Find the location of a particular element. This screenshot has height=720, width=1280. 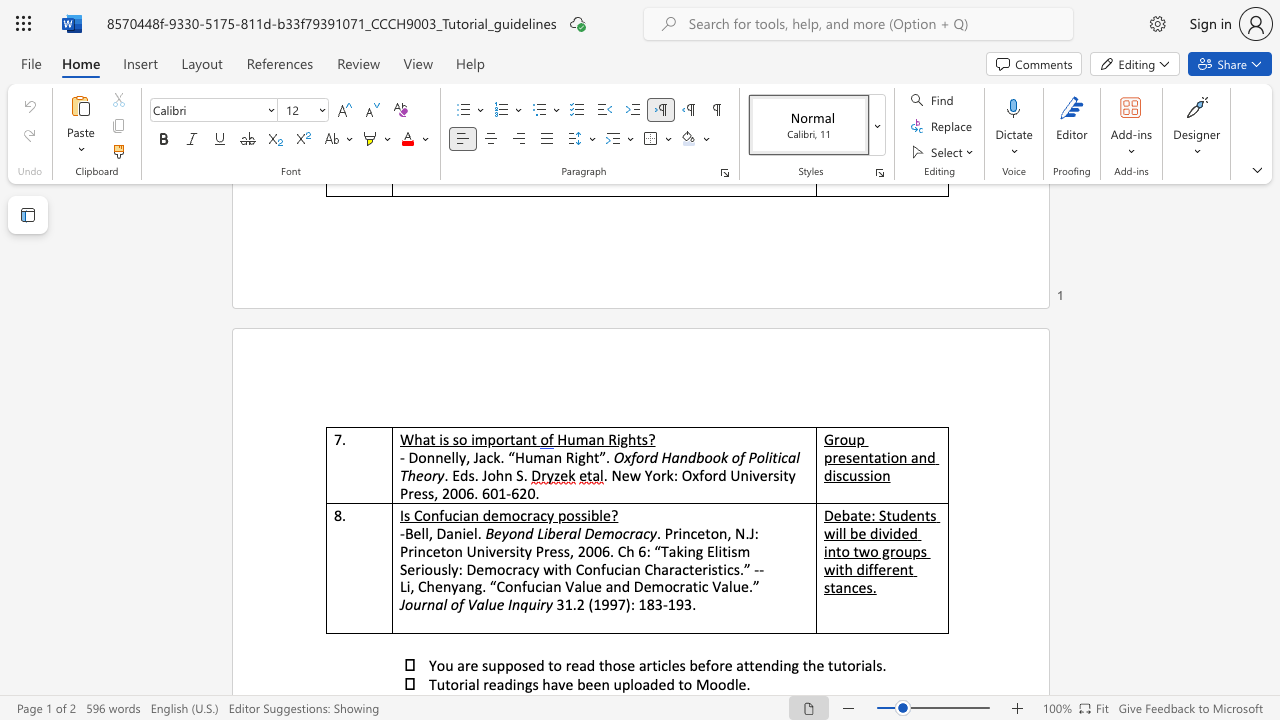

the subset text "ngs have been upl" within the text "Tutorial readings have been uploaded to Moodle." is located at coordinates (516, 683).